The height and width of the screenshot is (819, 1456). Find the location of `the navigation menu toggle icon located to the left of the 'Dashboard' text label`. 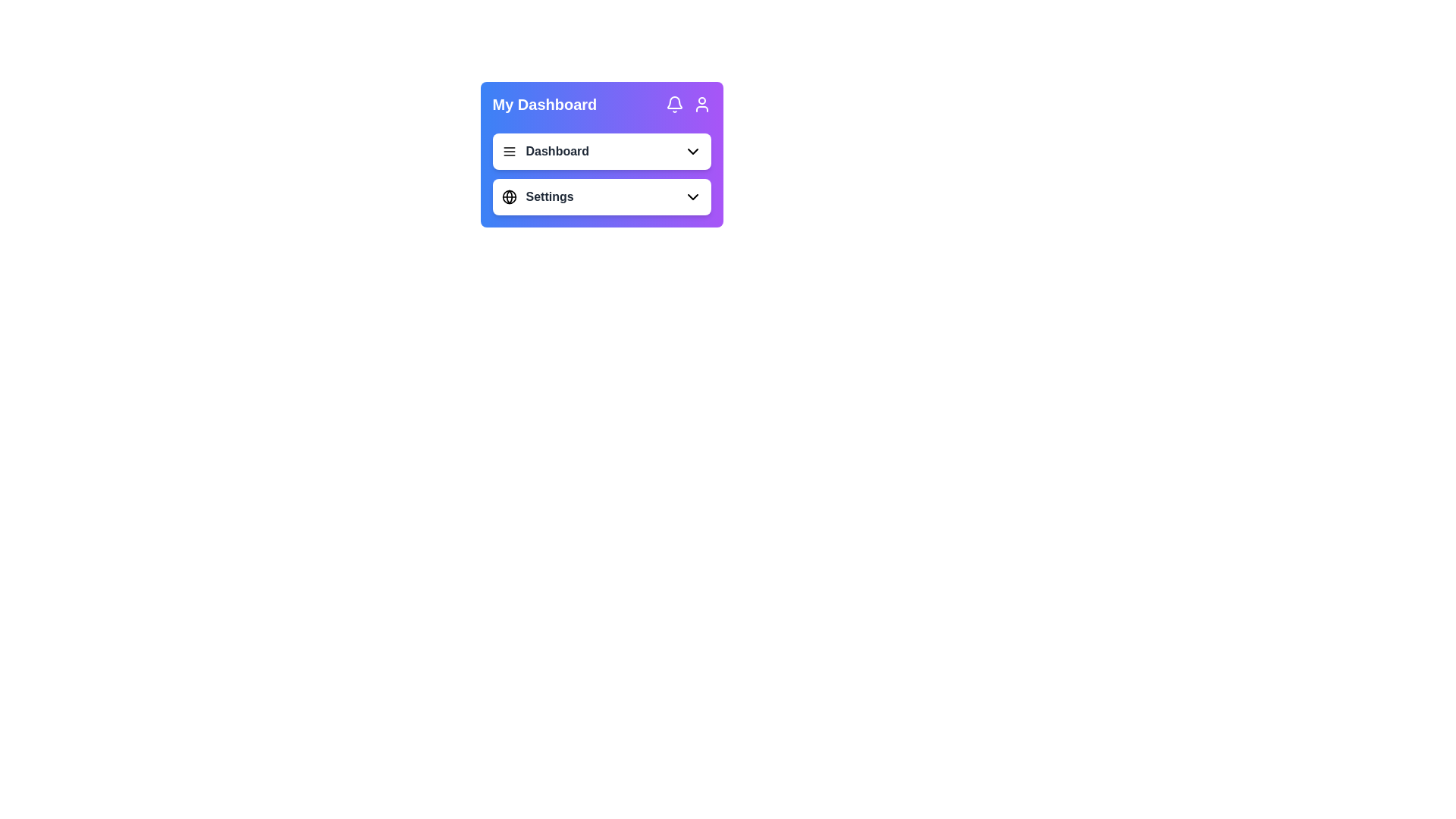

the navigation menu toggle icon located to the left of the 'Dashboard' text label is located at coordinates (509, 152).